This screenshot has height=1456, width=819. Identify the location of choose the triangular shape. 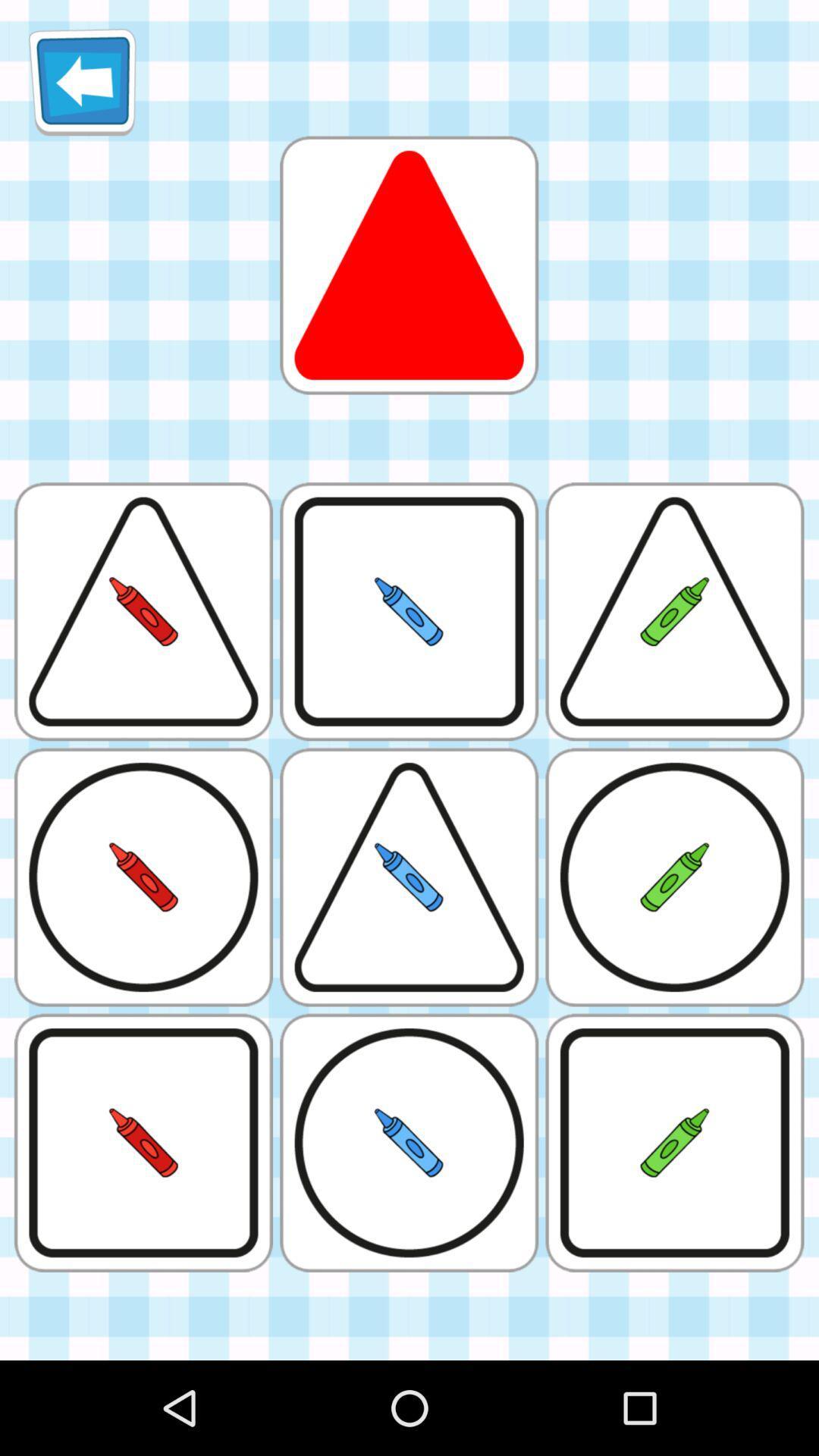
(408, 265).